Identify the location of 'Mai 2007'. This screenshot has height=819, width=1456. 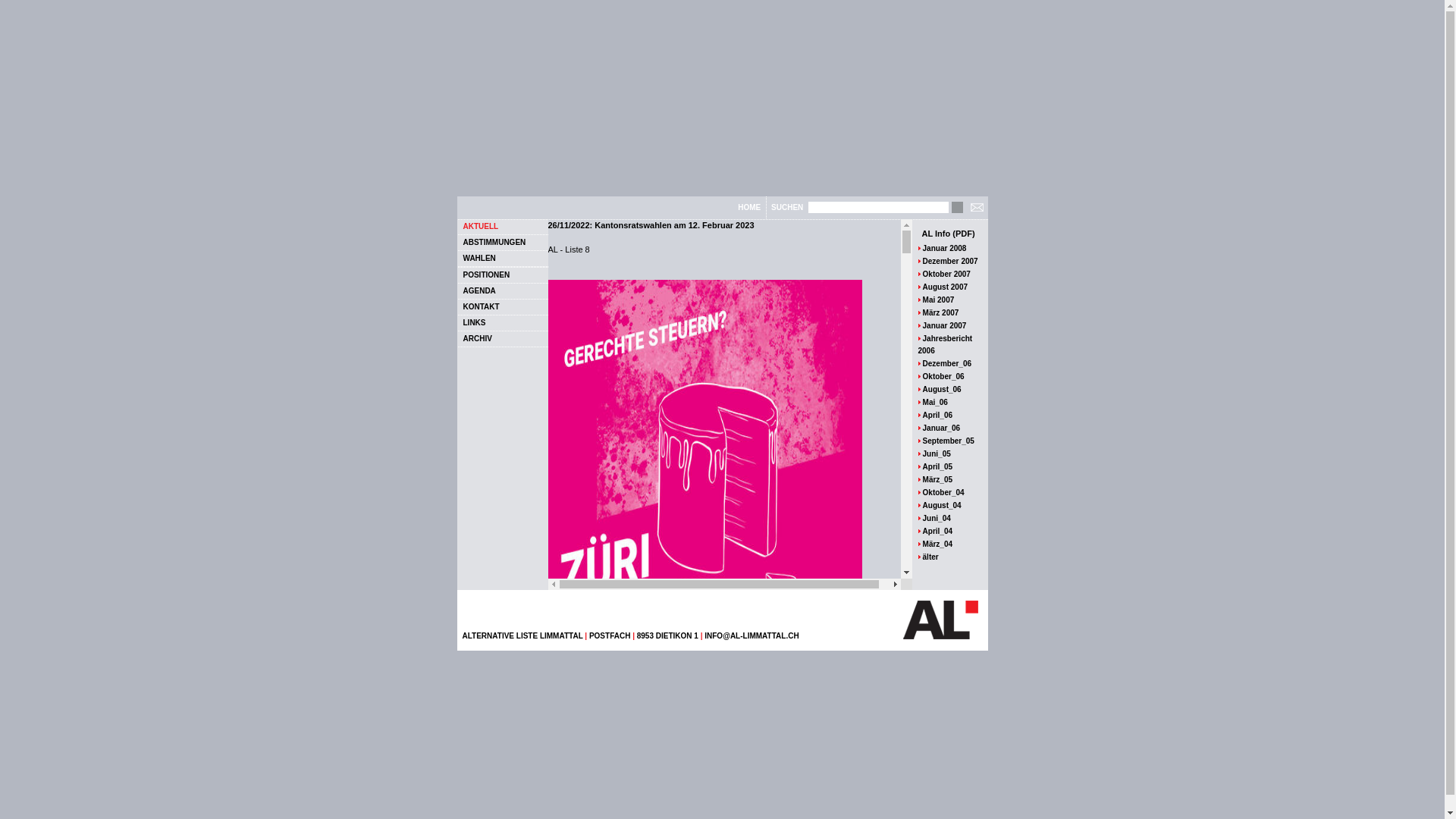
(938, 300).